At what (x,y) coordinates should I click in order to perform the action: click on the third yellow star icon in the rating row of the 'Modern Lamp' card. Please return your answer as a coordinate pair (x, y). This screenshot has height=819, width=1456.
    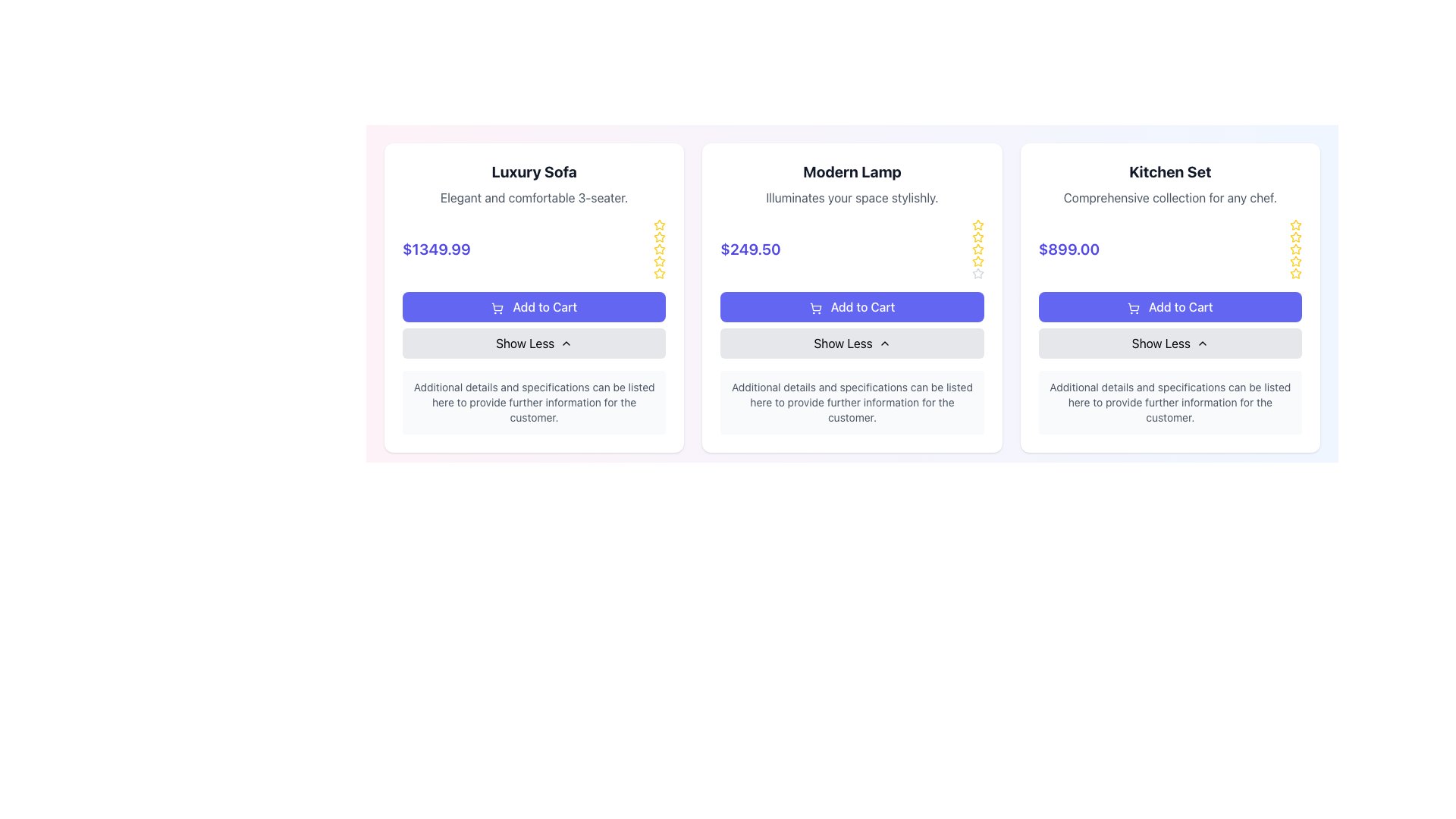
    Looking at the image, I should click on (977, 237).